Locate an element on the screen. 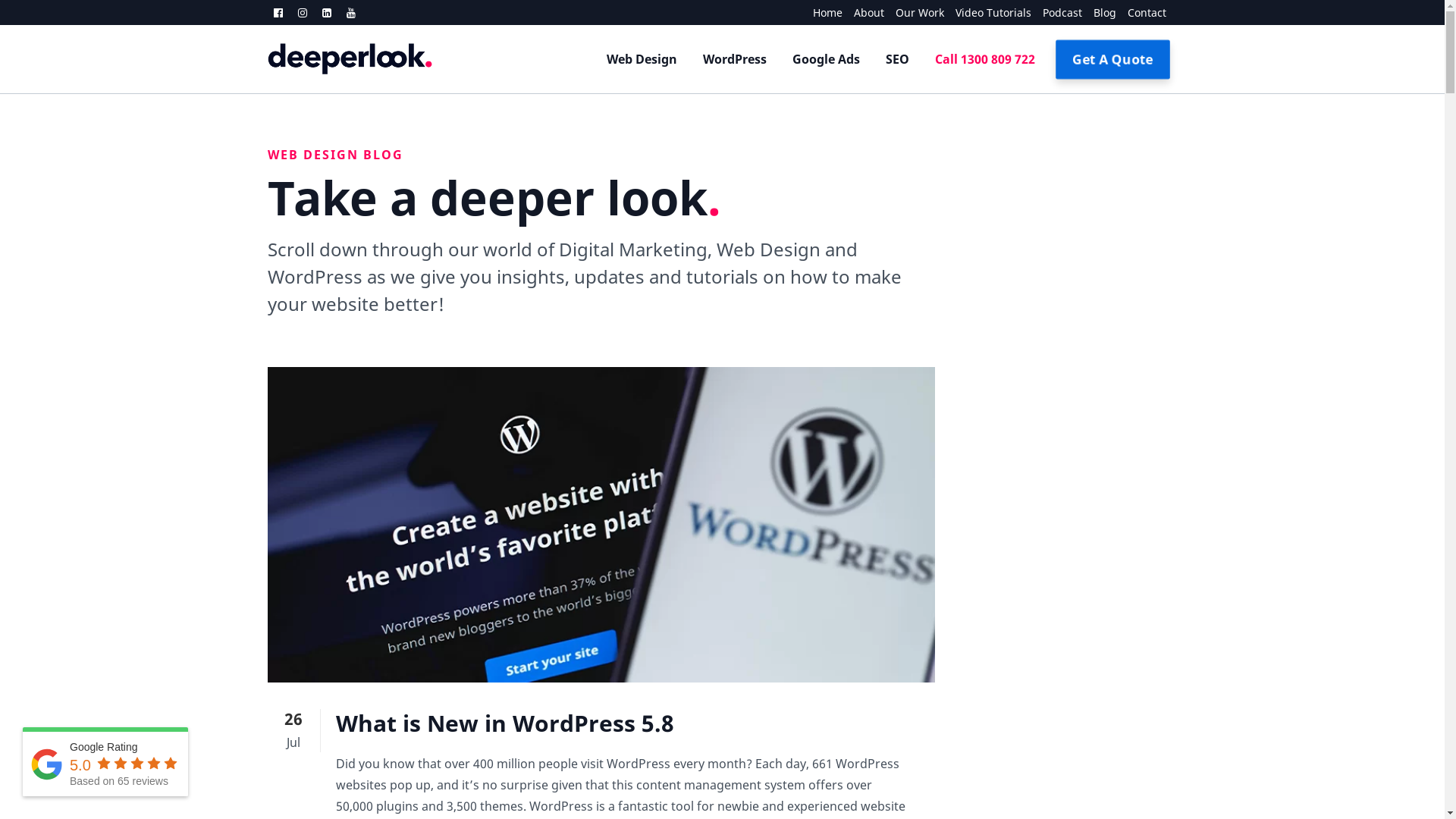  'Google Ads' is located at coordinates (825, 58).